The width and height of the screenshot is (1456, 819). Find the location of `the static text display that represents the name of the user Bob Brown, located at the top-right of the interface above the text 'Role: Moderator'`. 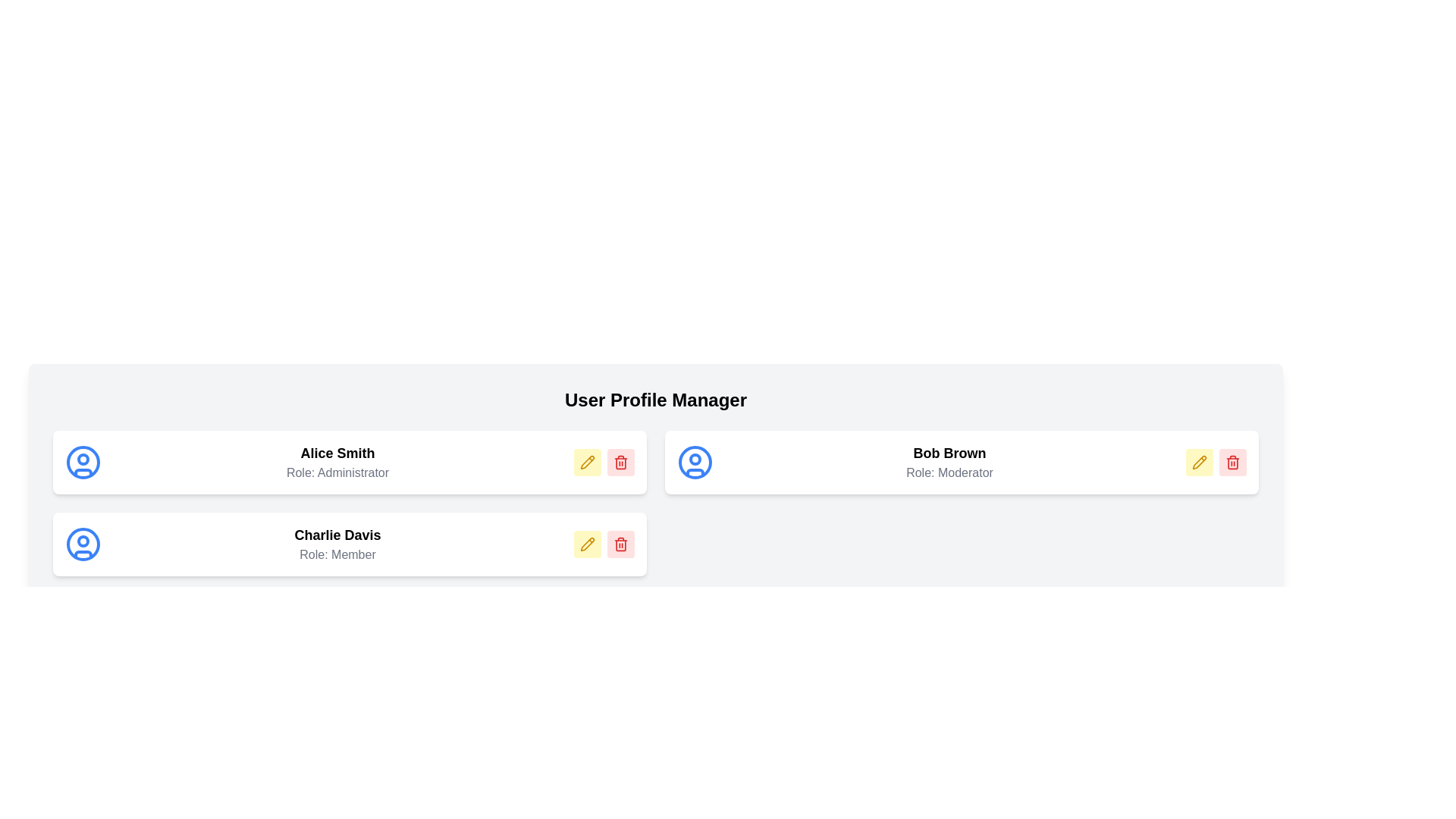

the static text display that represents the name of the user Bob Brown, located at the top-right of the interface above the text 'Role: Moderator' is located at coordinates (949, 452).